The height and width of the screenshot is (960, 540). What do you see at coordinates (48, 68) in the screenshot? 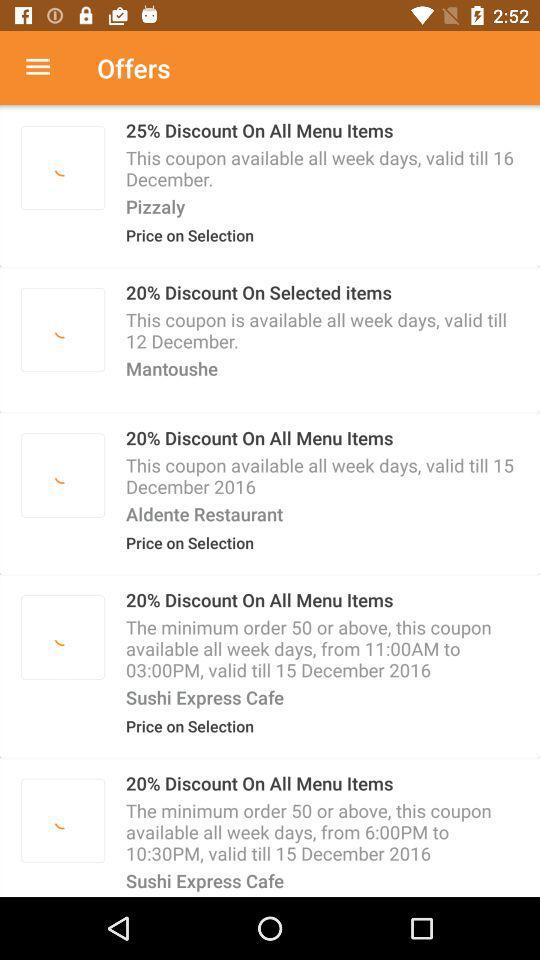
I see `the item next to offers item` at bounding box center [48, 68].